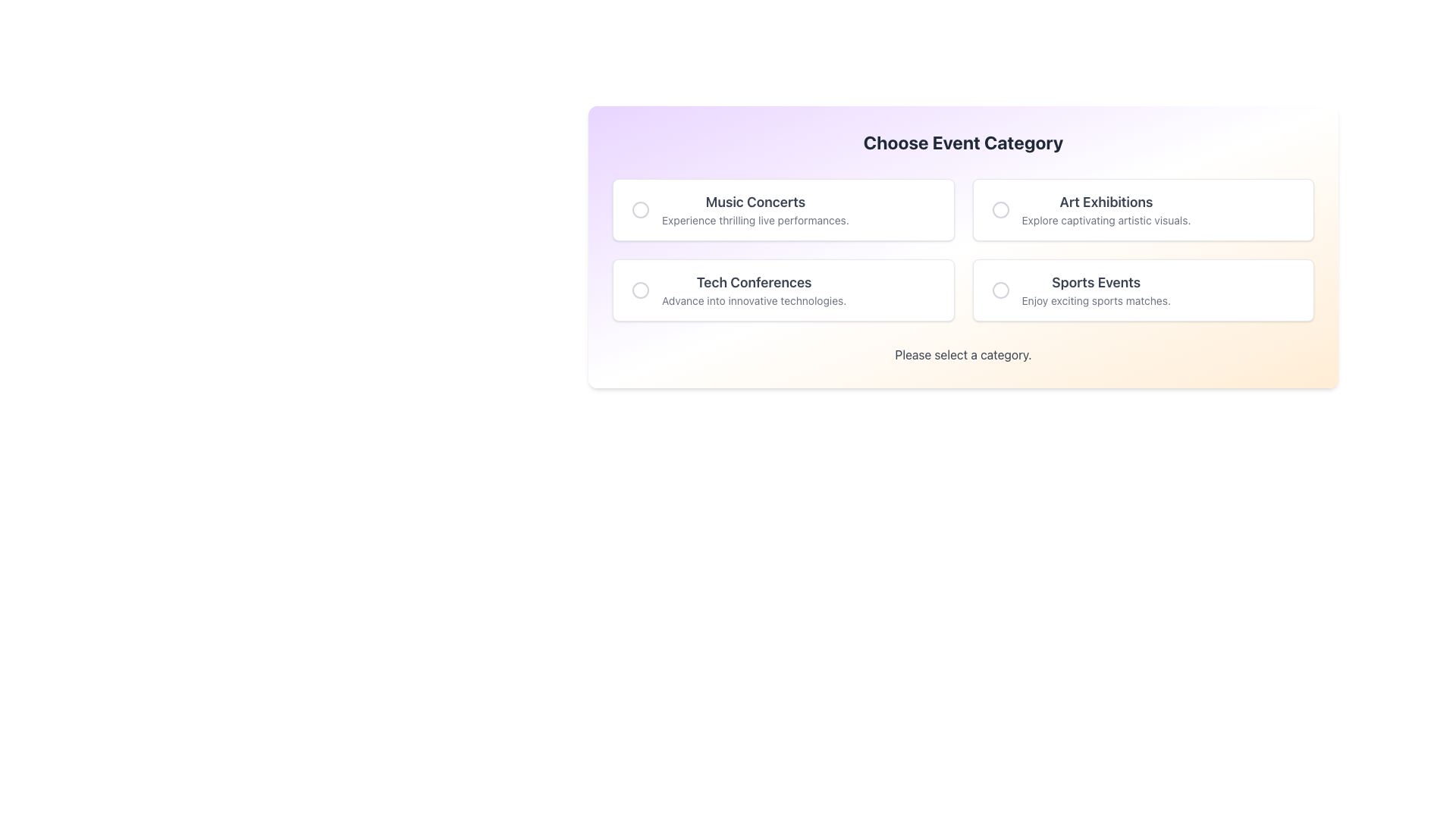 The height and width of the screenshot is (819, 1456). What do you see at coordinates (1000, 210) in the screenshot?
I see `Circle with a stroke, representing an unselected radio button indicator, located within the 'Art Exhibitions' card in the top-right section of the grid` at bounding box center [1000, 210].